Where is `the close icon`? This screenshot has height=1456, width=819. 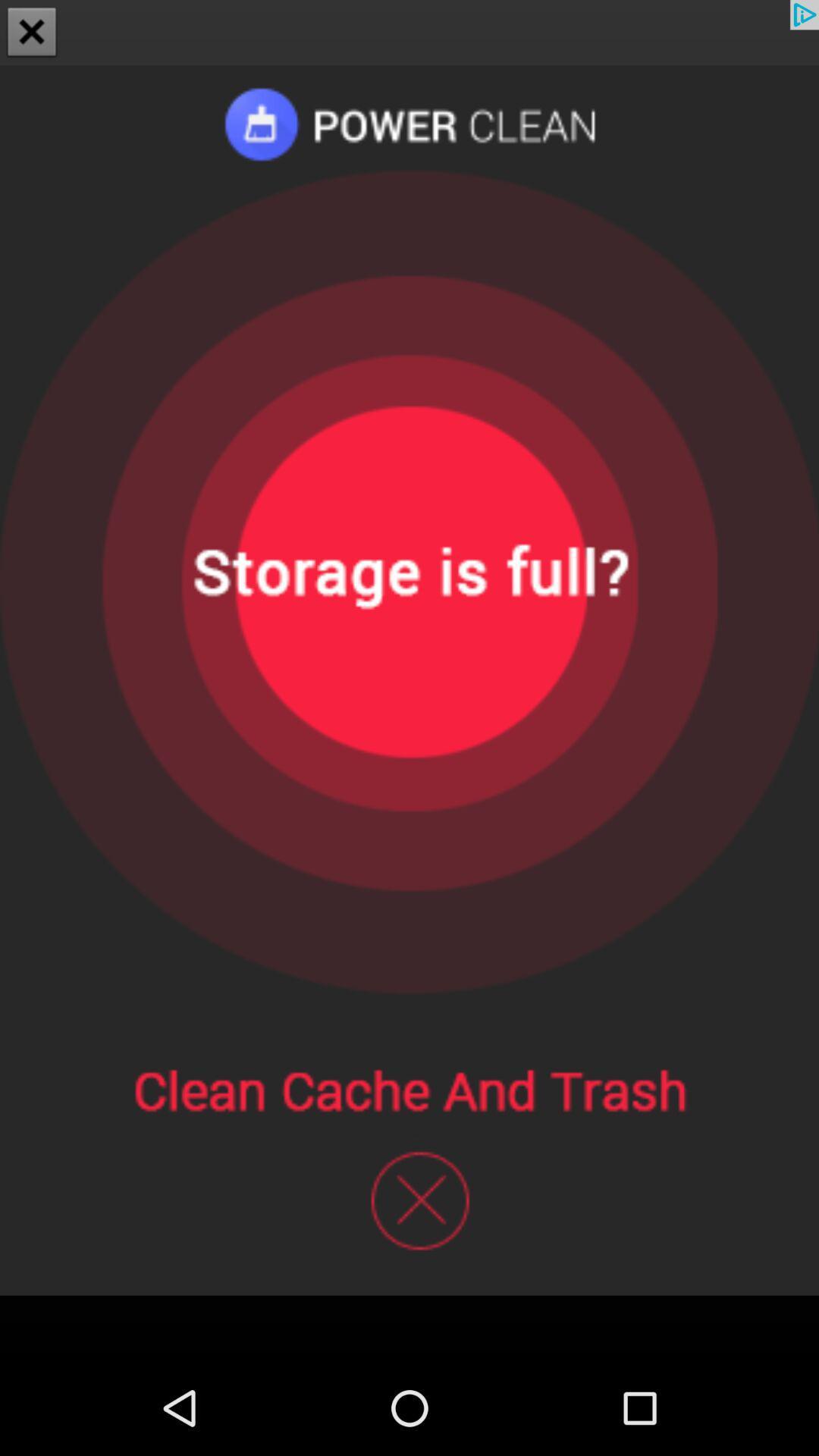 the close icon is located at coordinates (32, 33).